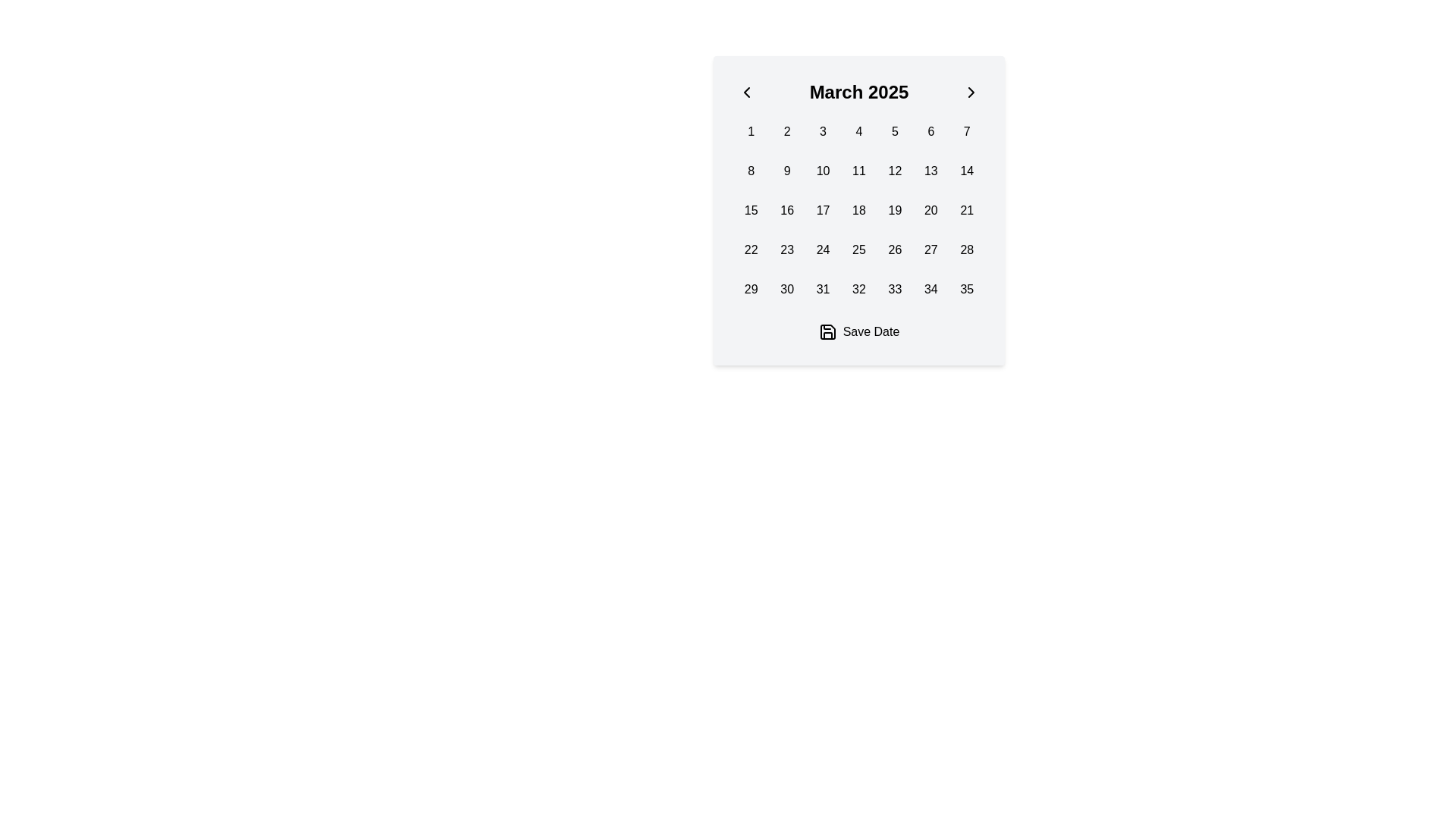 The image size is (1456, 819). Describe the element at coordinates (971, 93) in the screenshot. I see `the small, outlined button with a right-facing arrow located in the header of the calendar interface` at that location.